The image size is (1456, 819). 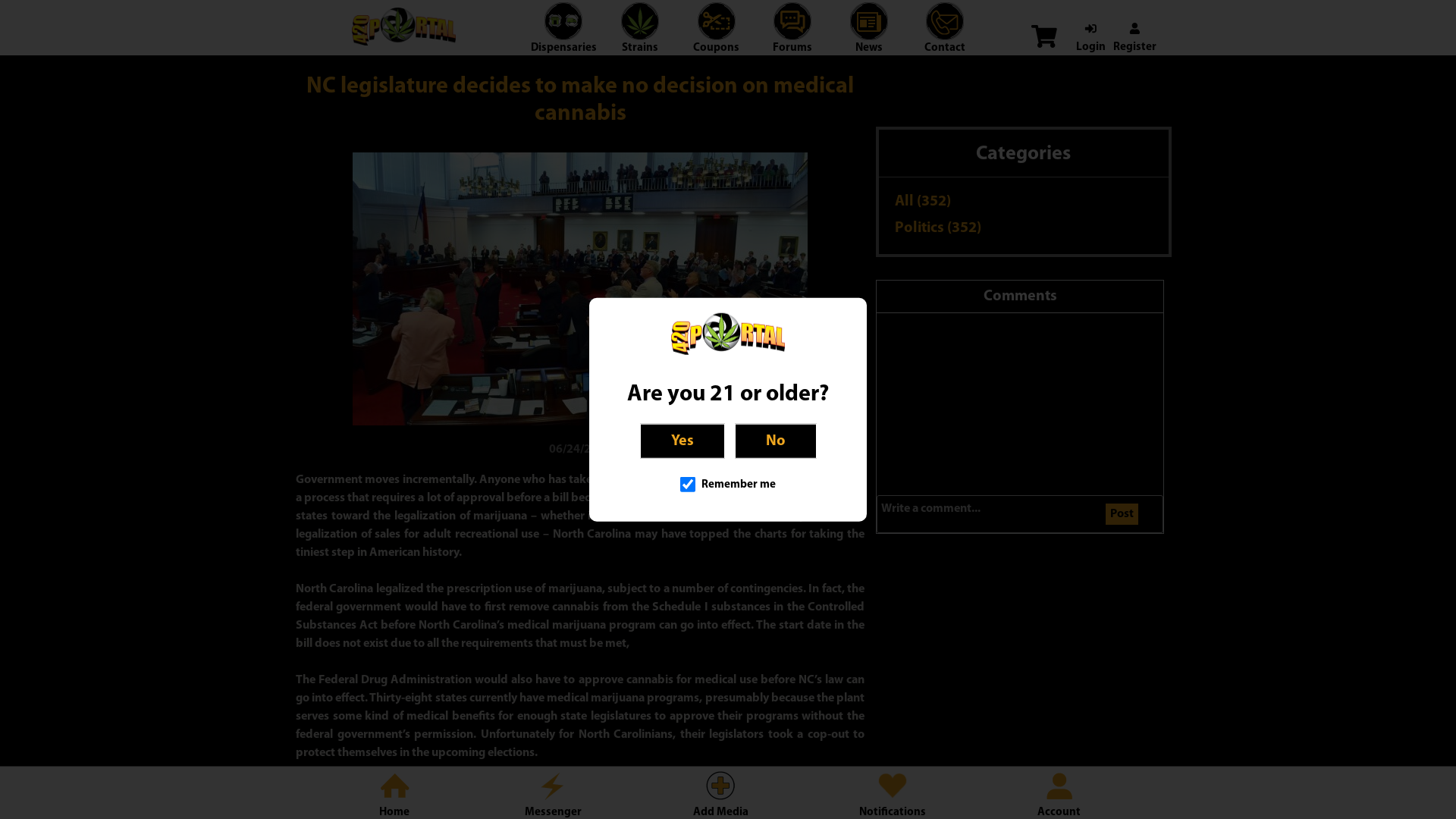 I want to click on 'Login', so click(x=1090, y=38).